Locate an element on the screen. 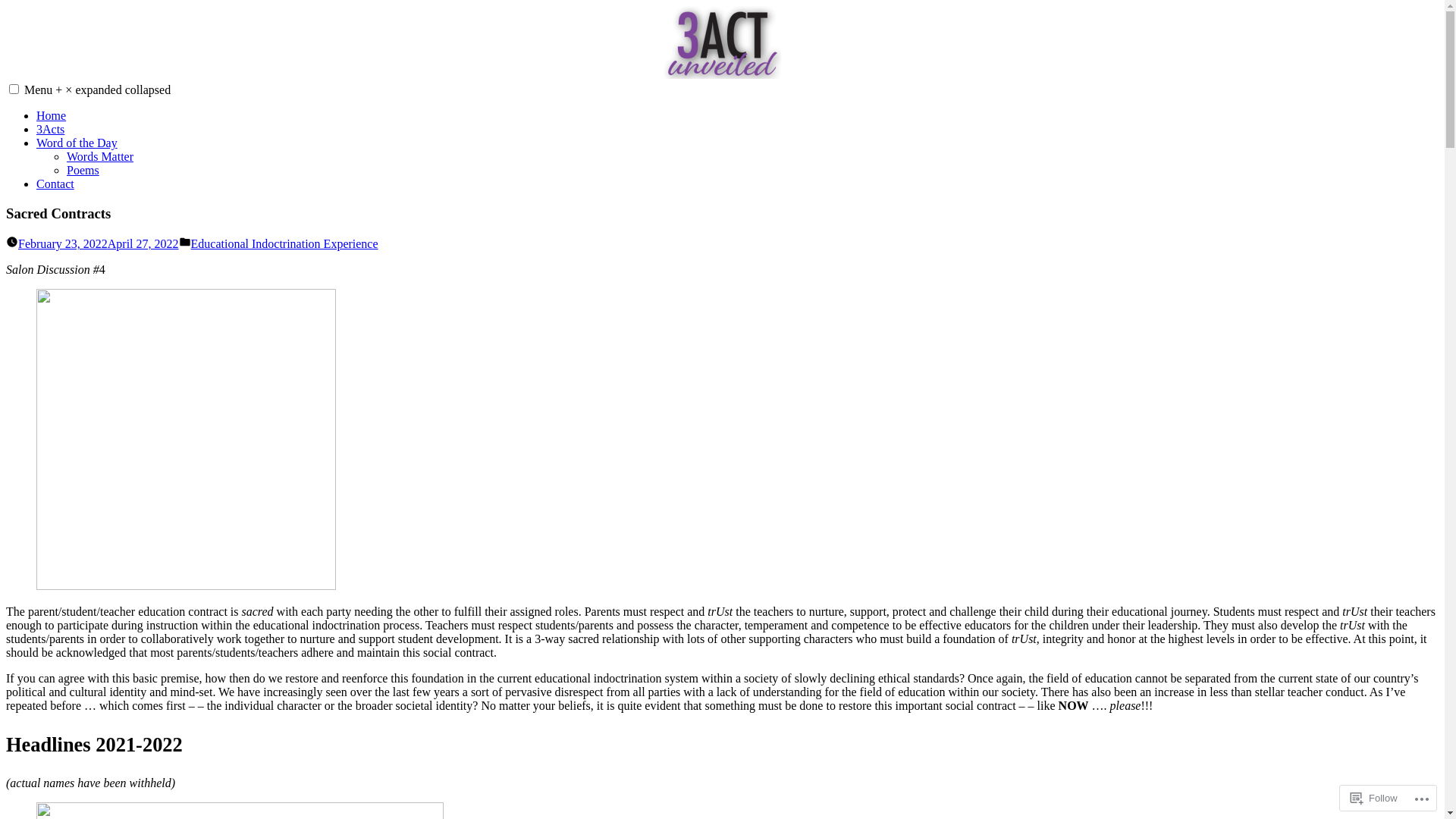 The image size is (1456, 819). '3Acts' is located at coordinates (50, 128).